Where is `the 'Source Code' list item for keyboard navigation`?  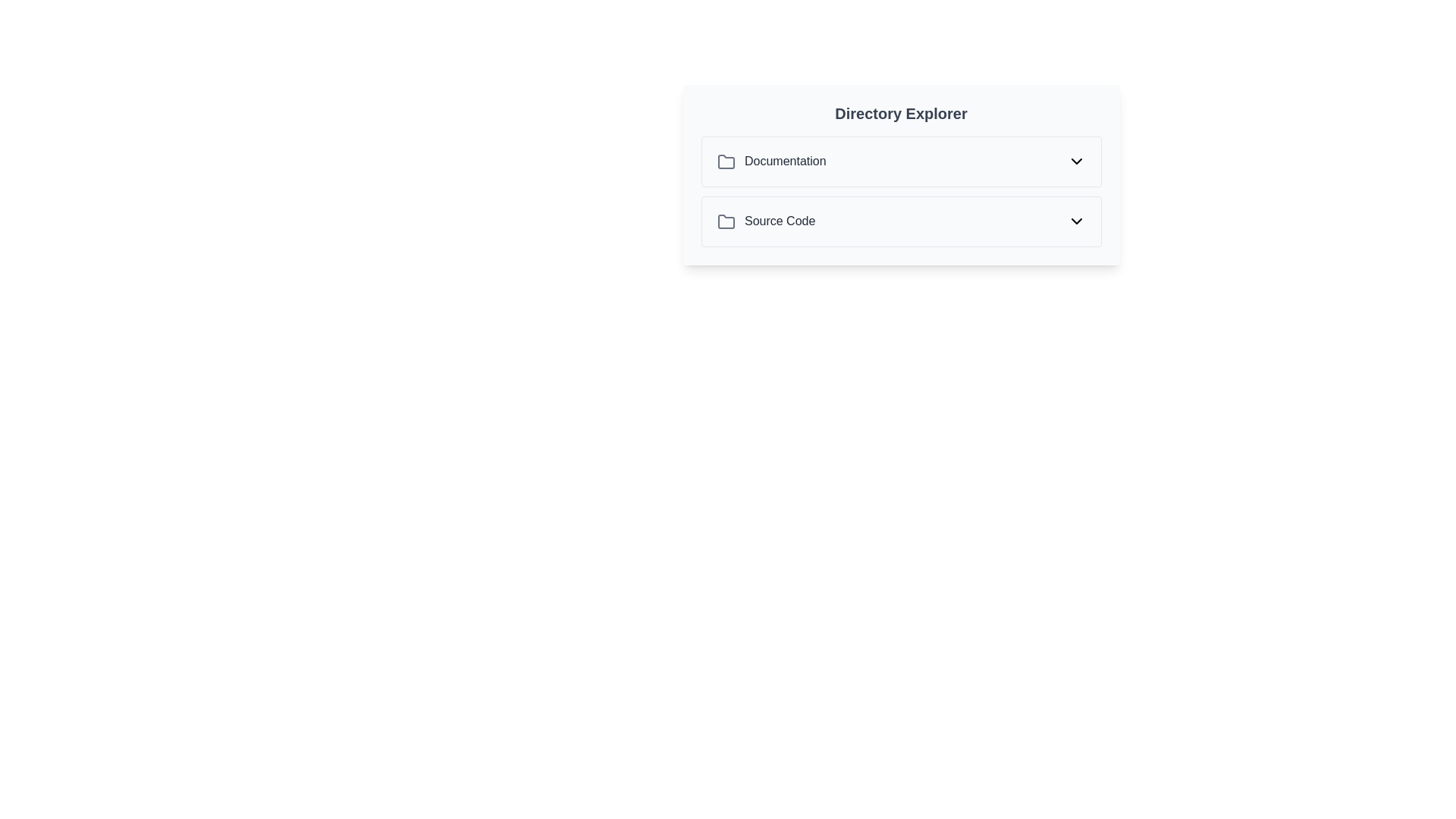
the 'Source Code' list item for keyboard navigation is located at coordinates (901, 221).